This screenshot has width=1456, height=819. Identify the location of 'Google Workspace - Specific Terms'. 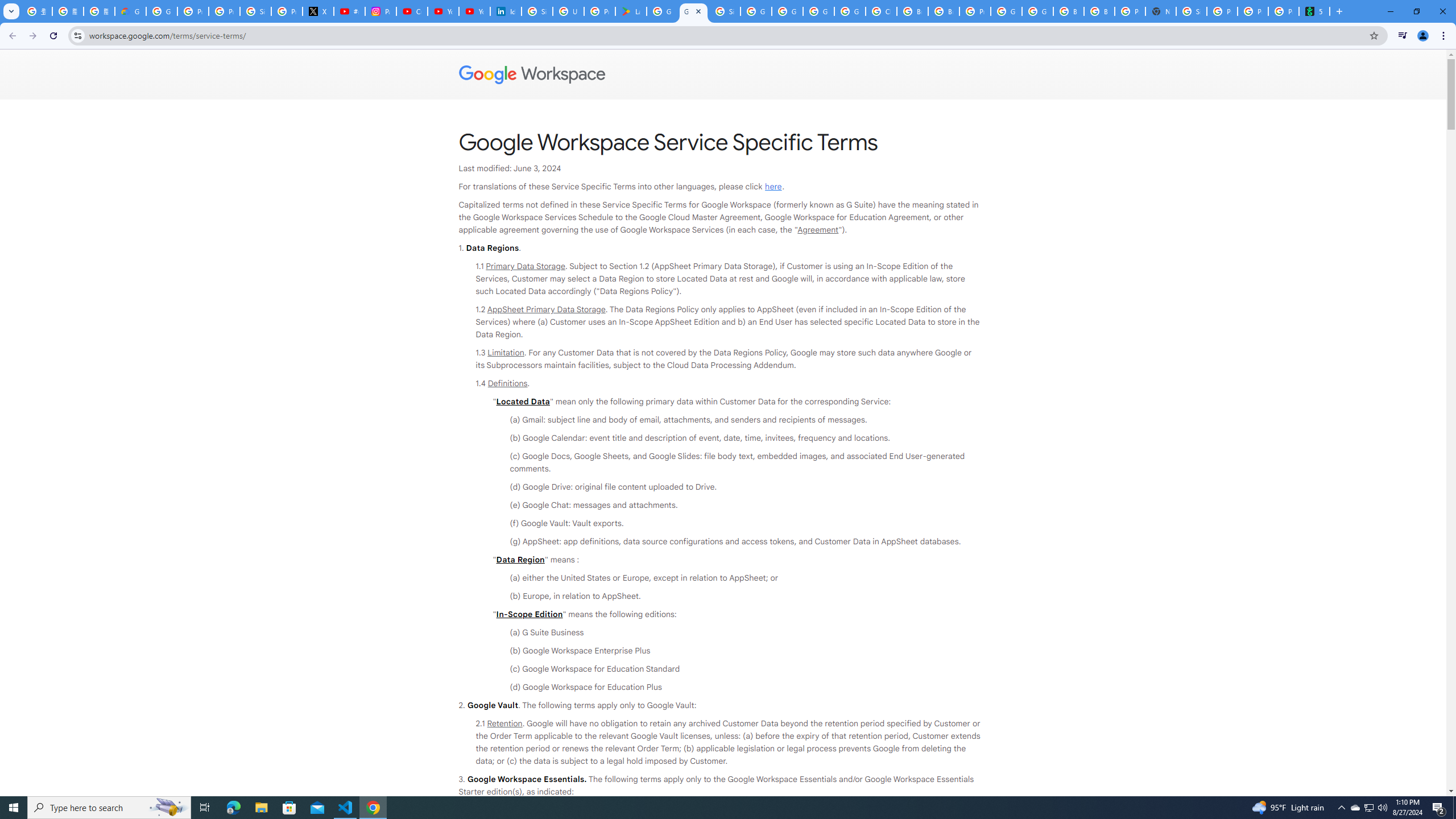
(693, 11).